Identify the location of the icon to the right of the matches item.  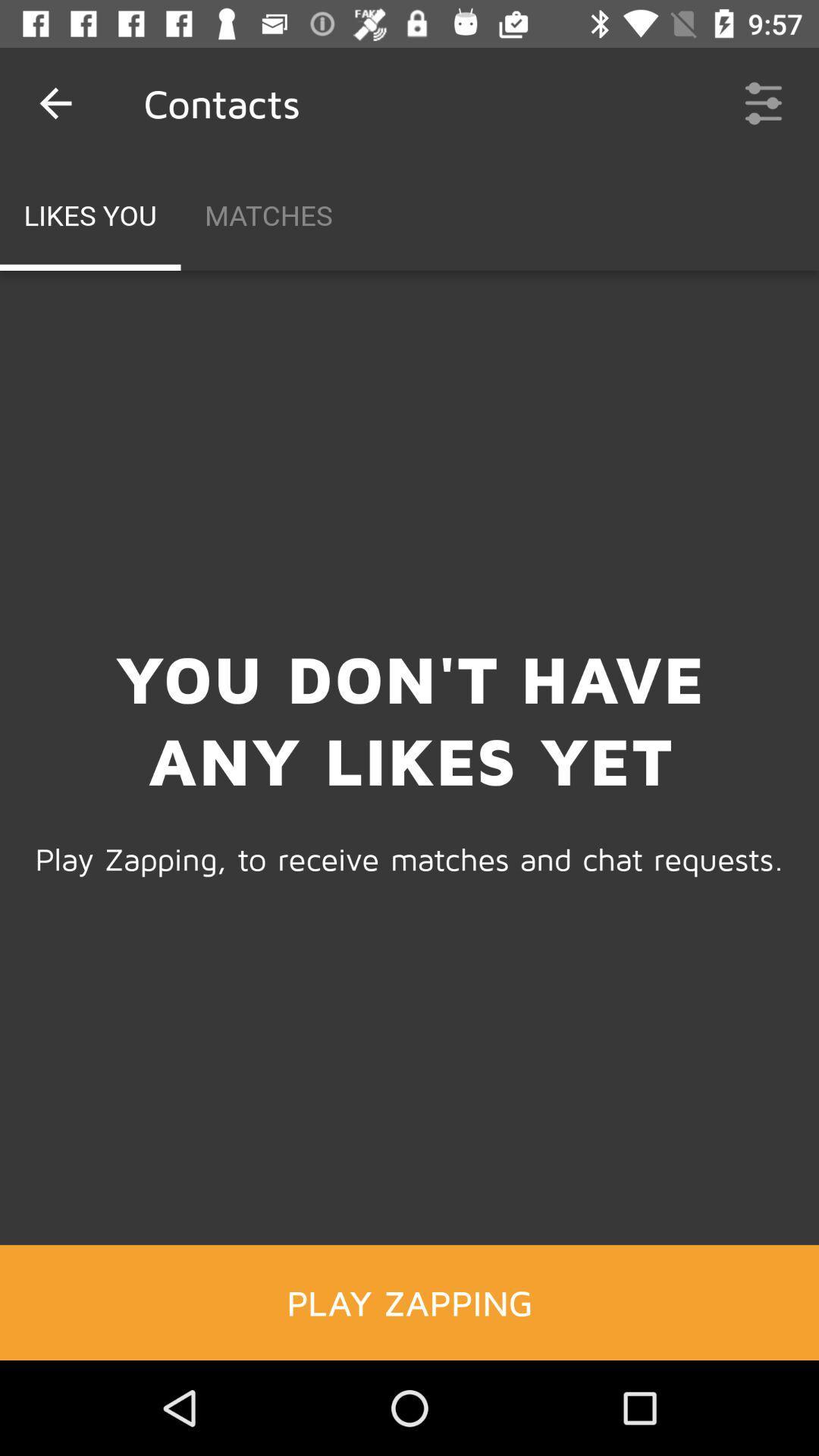
(763, 102).